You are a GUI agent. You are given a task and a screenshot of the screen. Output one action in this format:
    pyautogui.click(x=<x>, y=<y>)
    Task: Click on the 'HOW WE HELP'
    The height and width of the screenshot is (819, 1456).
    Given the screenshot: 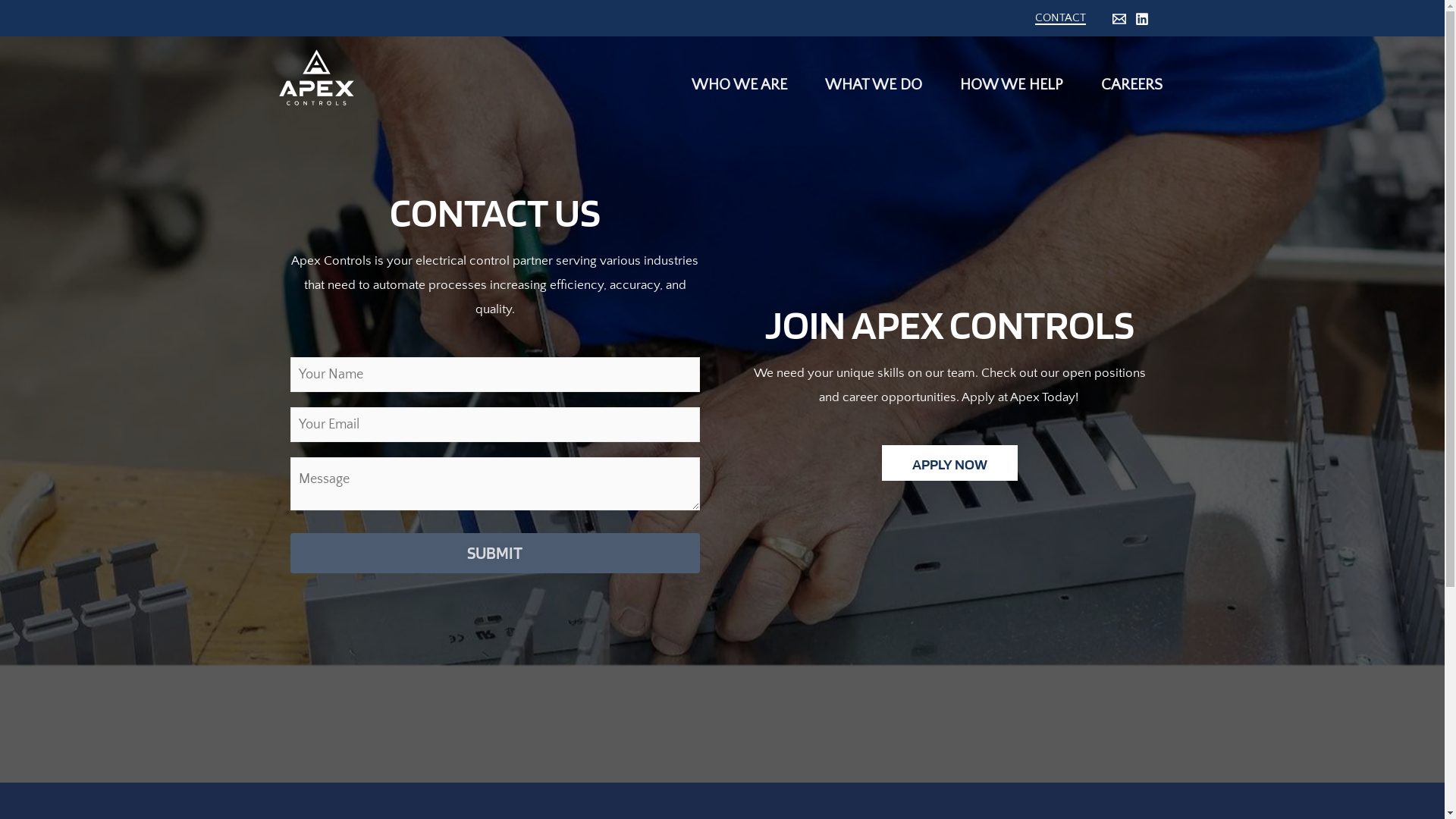 What is the action you would take?
    pyautogui.click(x=1008, y=77)
    